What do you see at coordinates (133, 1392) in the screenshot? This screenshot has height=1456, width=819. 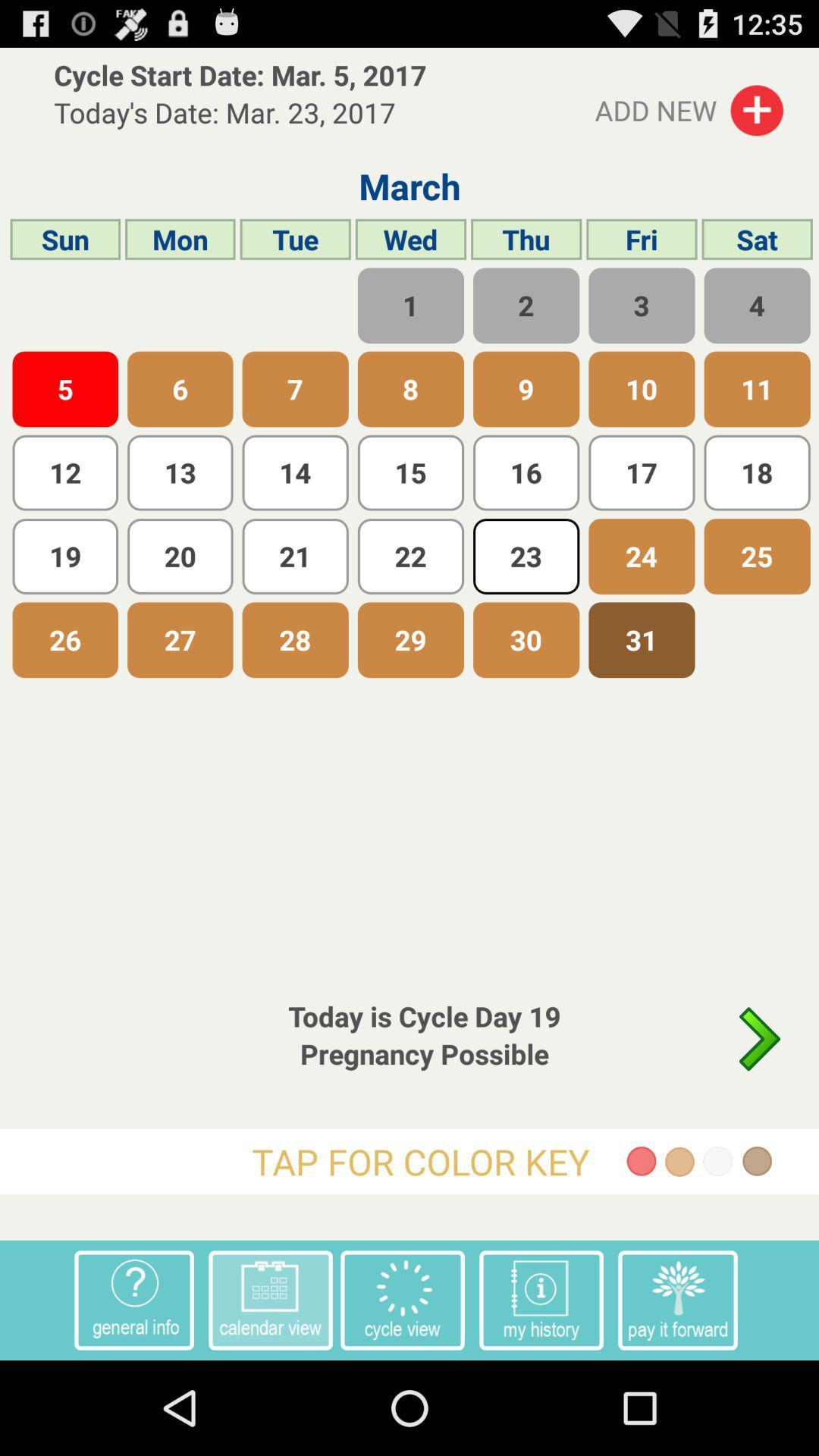 I see `the help icon` at bounding box center [133, 1392].